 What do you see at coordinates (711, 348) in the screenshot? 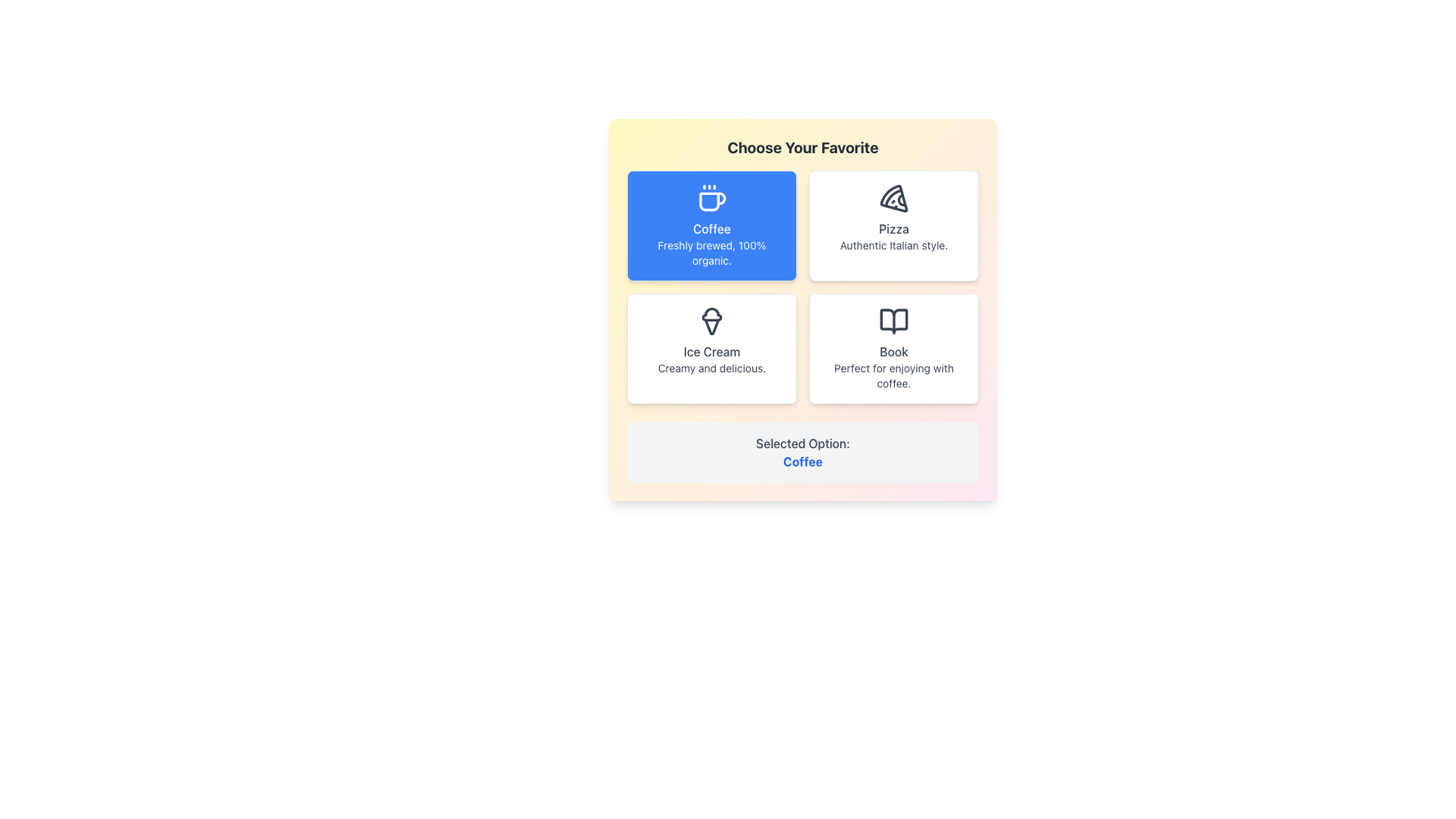
I see `the 'Ice Cream' option card` at bounding box center [711, 348].